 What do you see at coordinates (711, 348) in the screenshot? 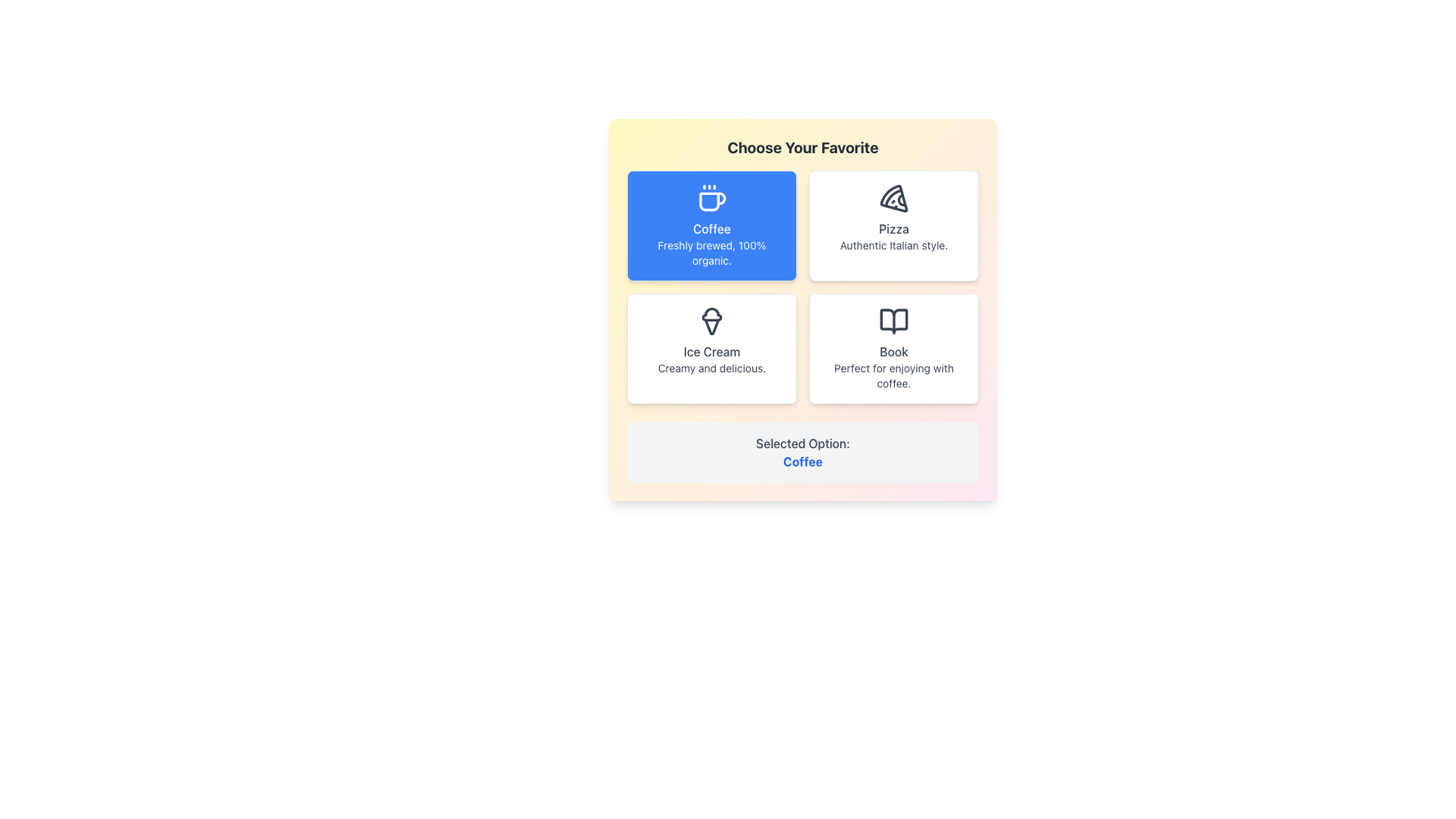
I see `the 'Ice Cream' option card` at bounding box center [711, 348].